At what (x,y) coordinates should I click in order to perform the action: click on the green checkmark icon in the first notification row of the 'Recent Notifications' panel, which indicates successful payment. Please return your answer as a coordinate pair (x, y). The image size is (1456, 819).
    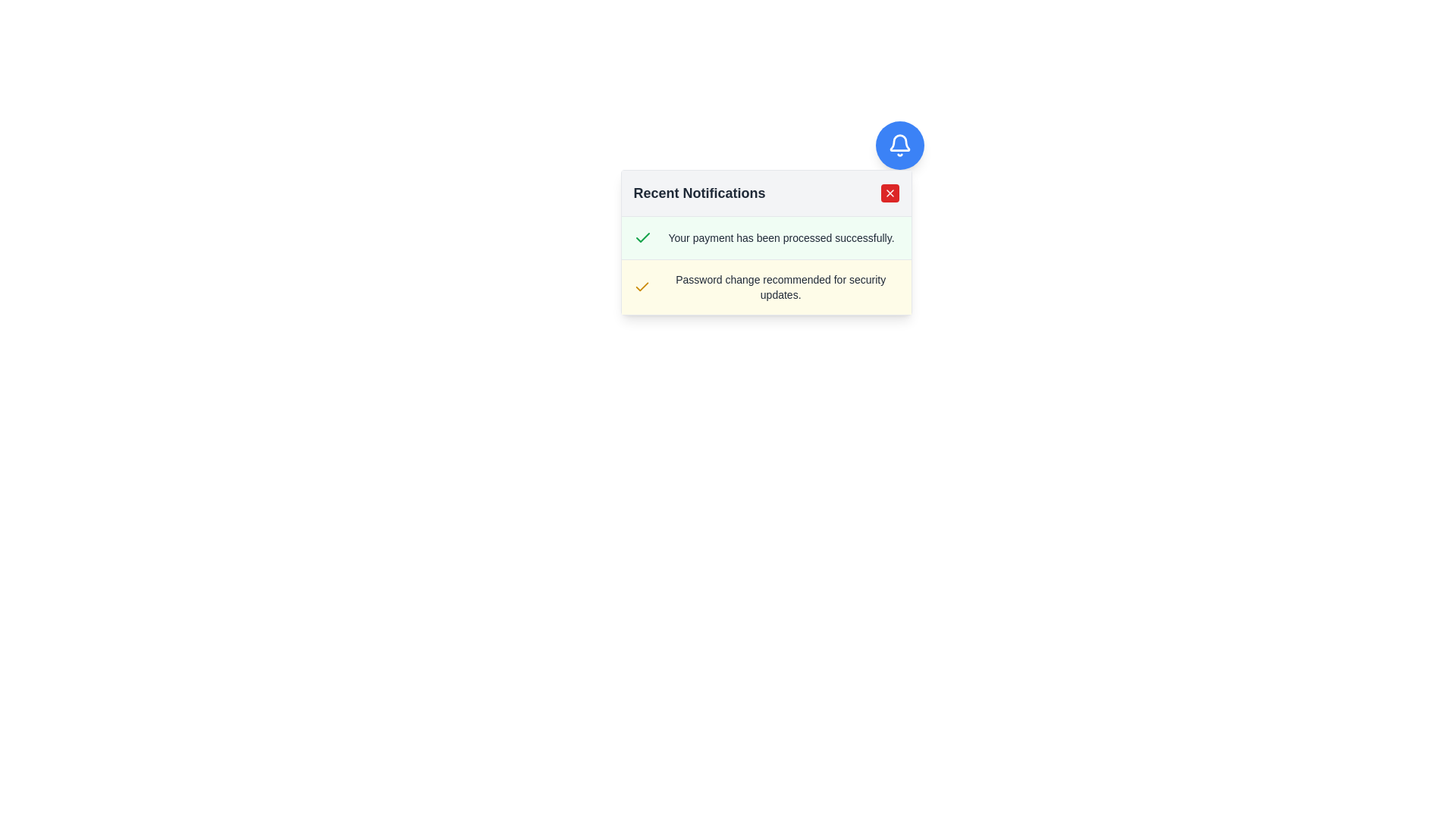
    Looking at the image, I should click on (642, 237).